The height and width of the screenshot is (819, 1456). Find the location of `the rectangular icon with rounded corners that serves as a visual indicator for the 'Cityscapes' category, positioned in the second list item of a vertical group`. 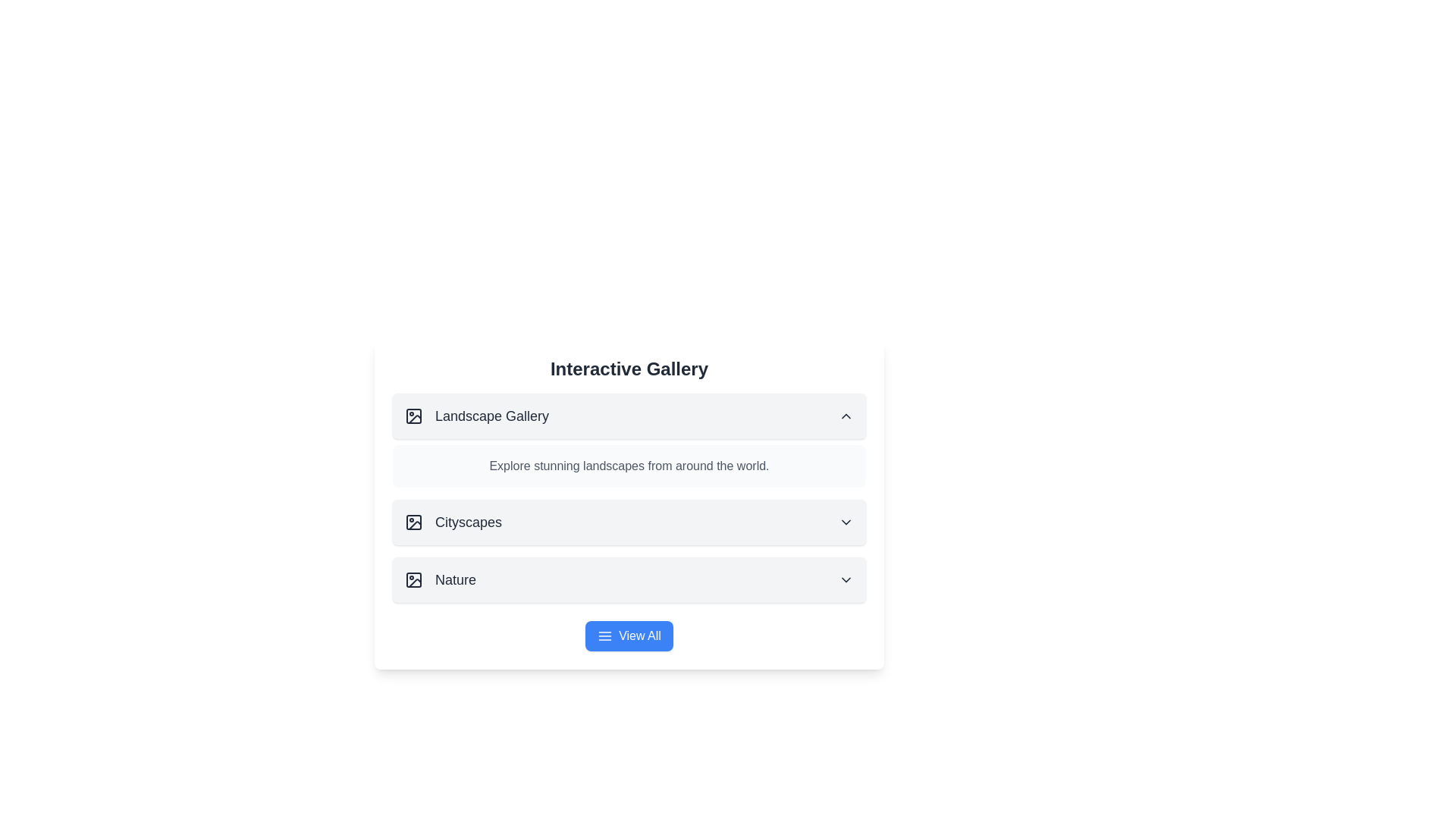

the rectangular icon with rounded corners that serves as a visual indicator for the 'Cityscapes' category, positioned in the second list item of a vertical group is located at coordinates (414, 522).